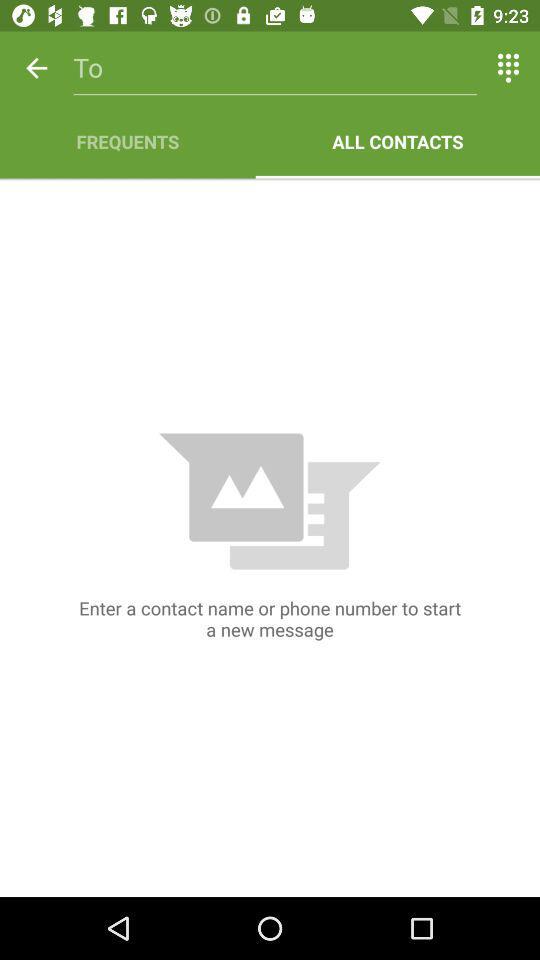 The height and width of the screenshot is (960, 540). I want to click on icon above frequents, so click(36, 68).